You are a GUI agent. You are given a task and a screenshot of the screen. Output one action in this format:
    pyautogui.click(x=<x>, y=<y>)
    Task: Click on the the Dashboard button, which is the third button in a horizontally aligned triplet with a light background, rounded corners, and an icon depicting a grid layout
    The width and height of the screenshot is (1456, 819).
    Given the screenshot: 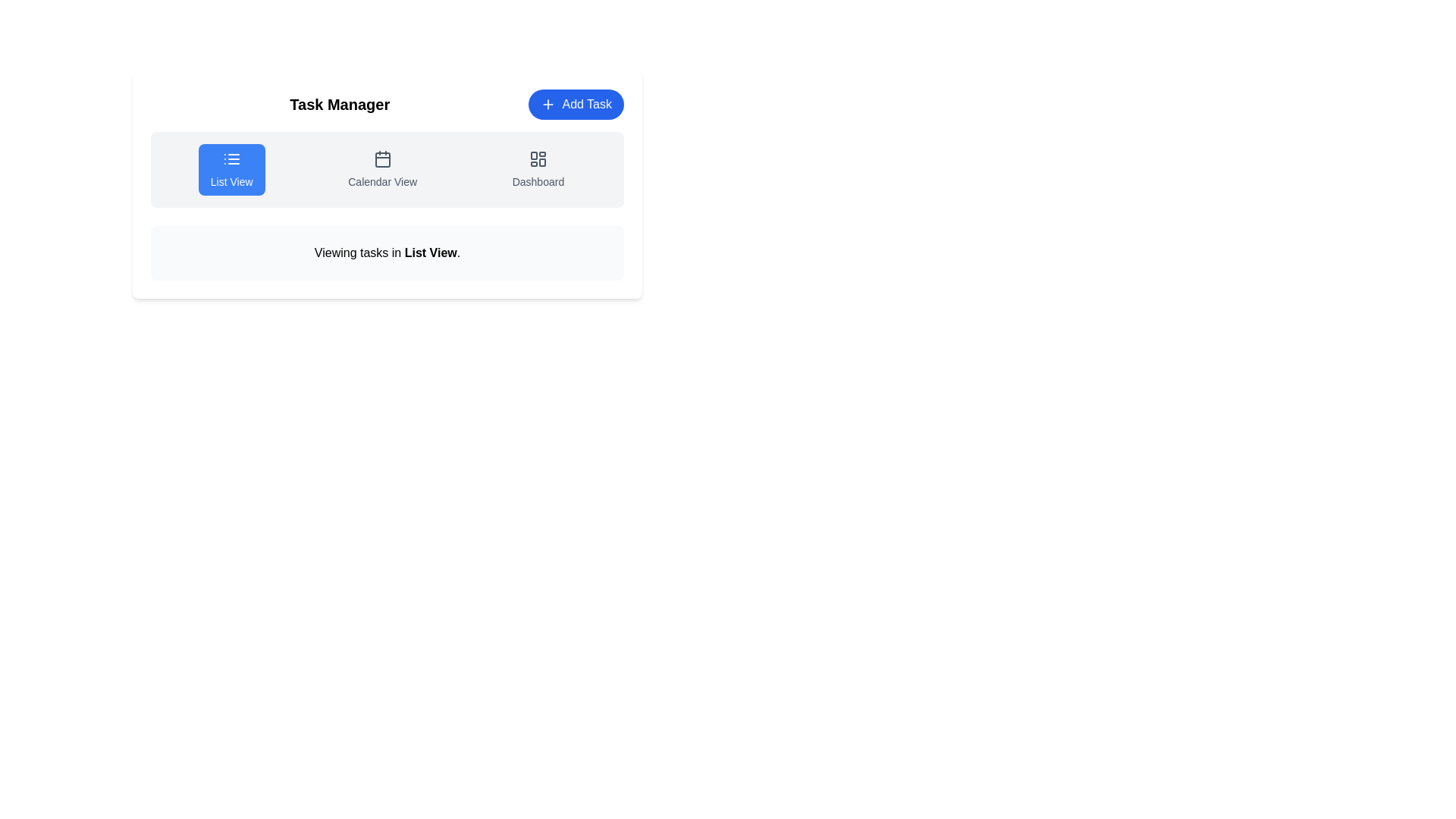 What is the action you would take?
    pyautogui.click(x=538, y=169)
    